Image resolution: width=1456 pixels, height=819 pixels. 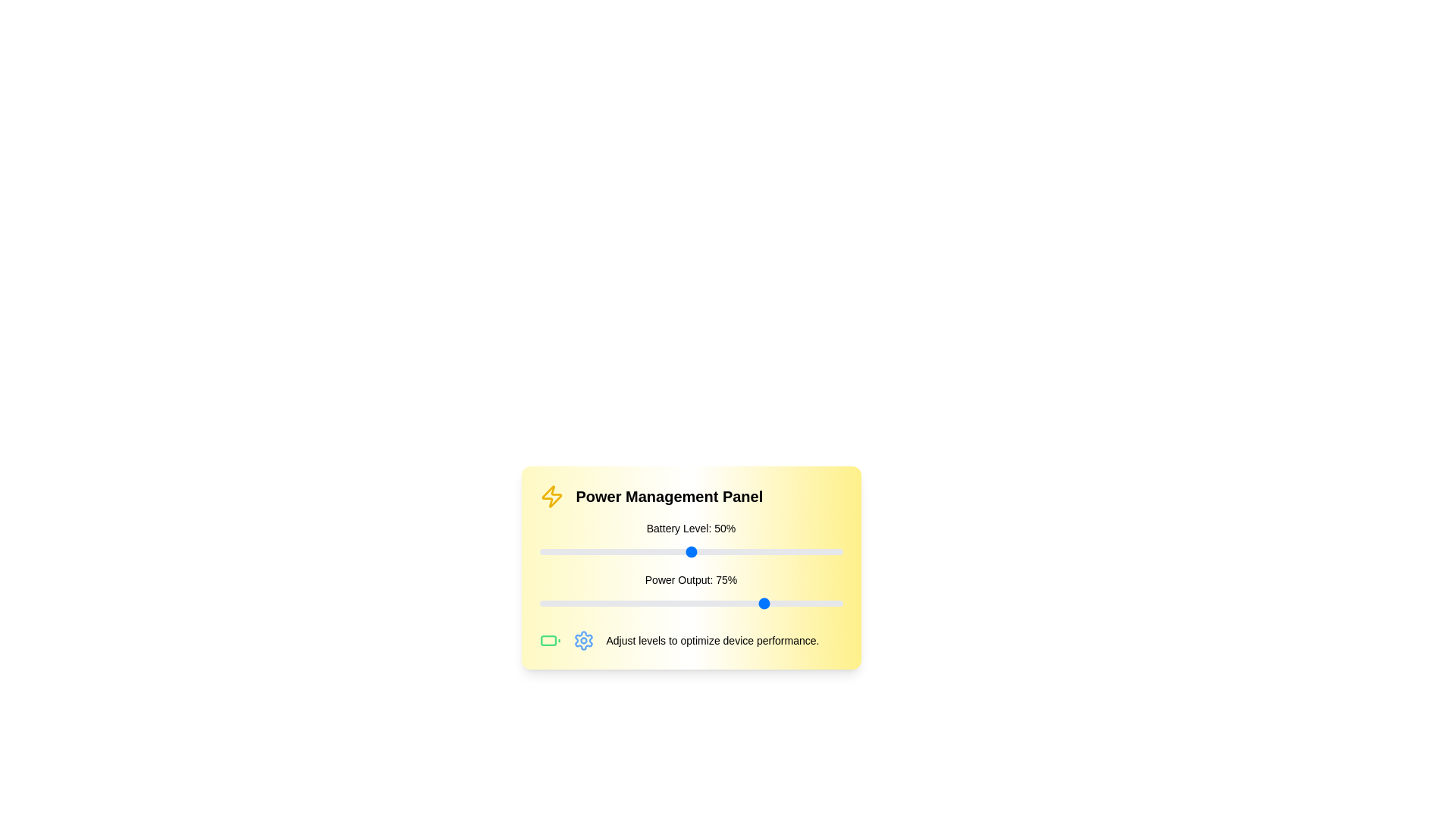 What do you see at coordinates (836, 552) in the screenshot?
I see `the 'Battery Level' slider to 98%` at bounding box center [836, 552].